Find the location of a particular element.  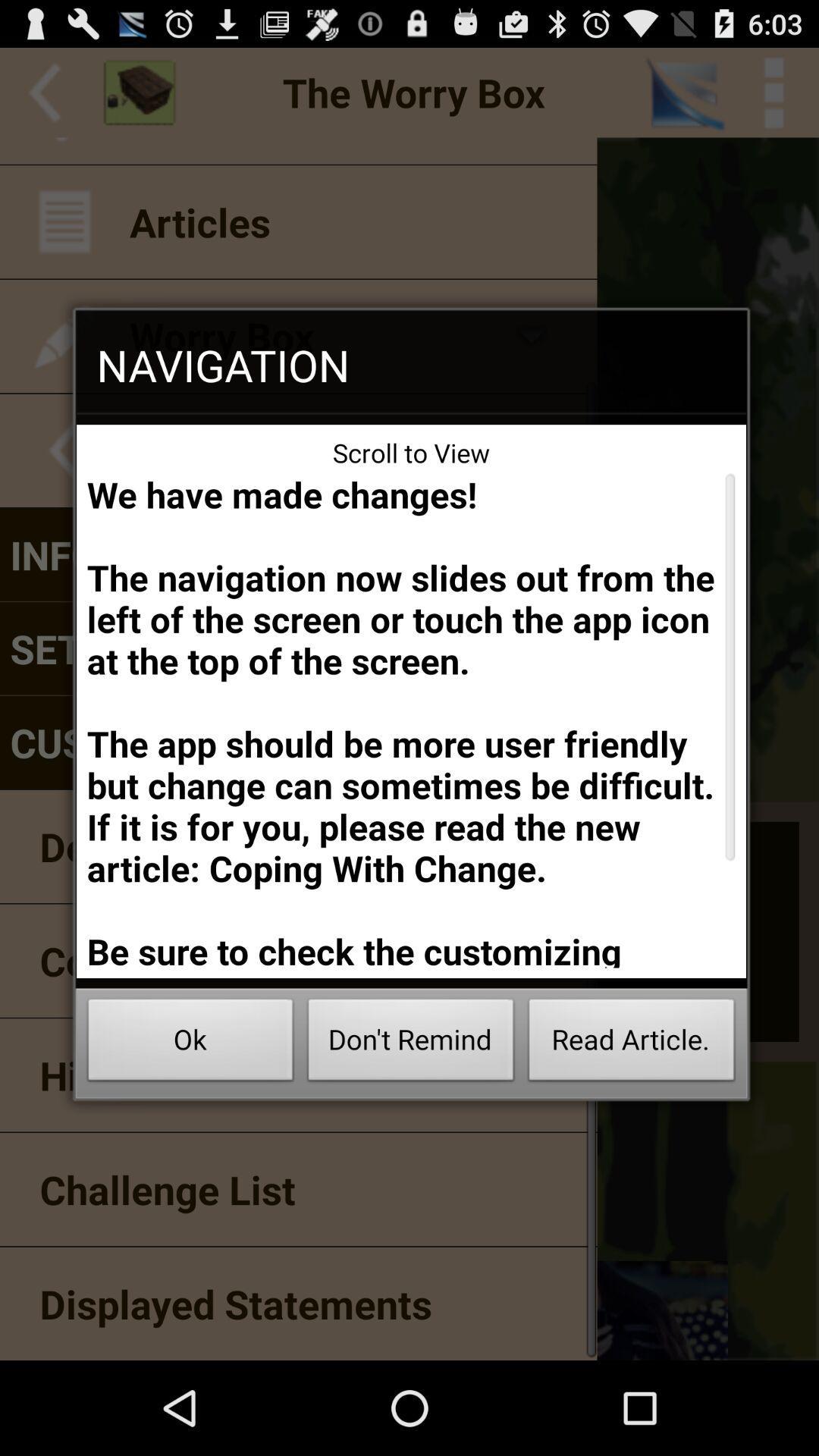

ok item is located at coordinates (190, 1043).